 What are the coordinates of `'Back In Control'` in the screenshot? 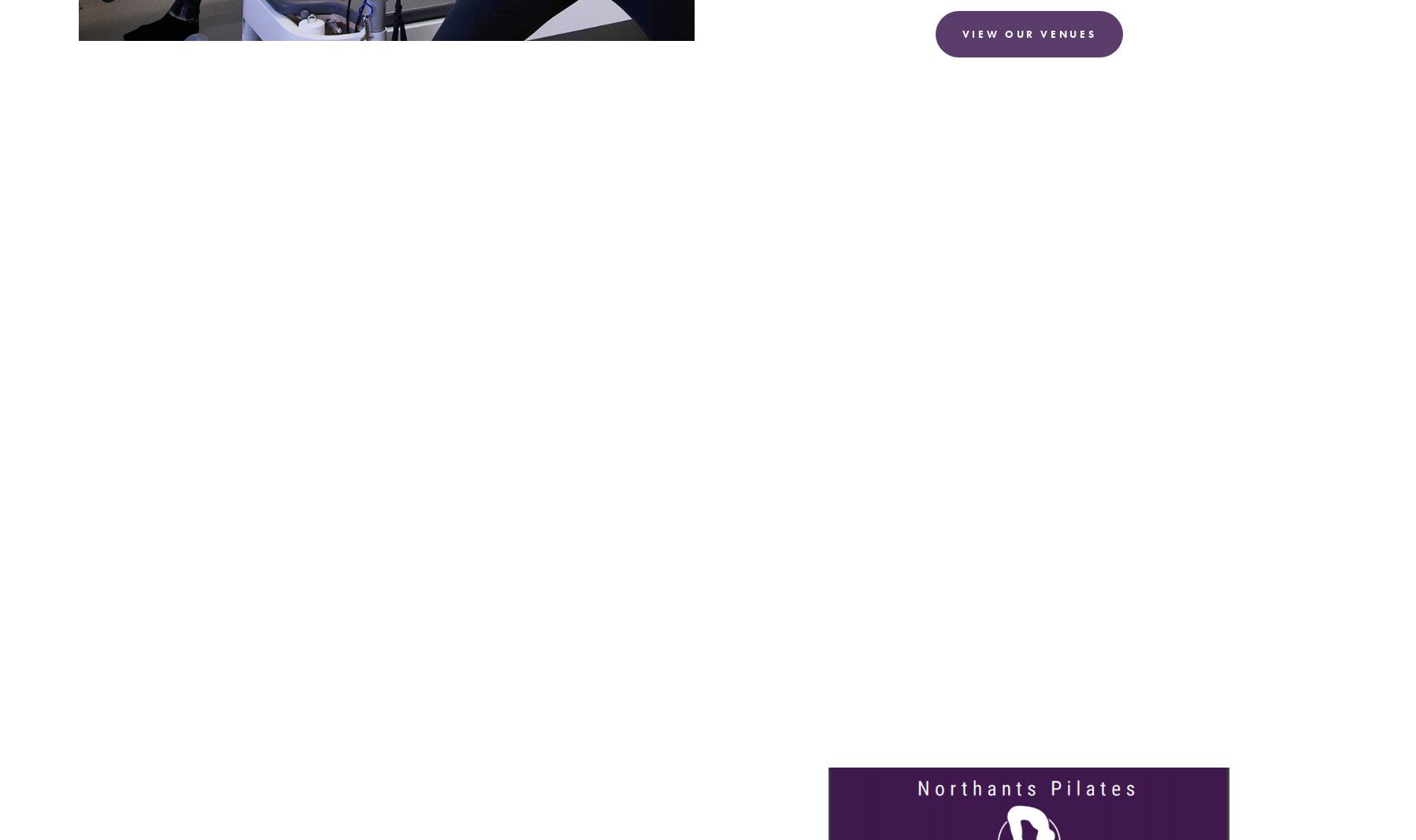 It's located at (469, 801).